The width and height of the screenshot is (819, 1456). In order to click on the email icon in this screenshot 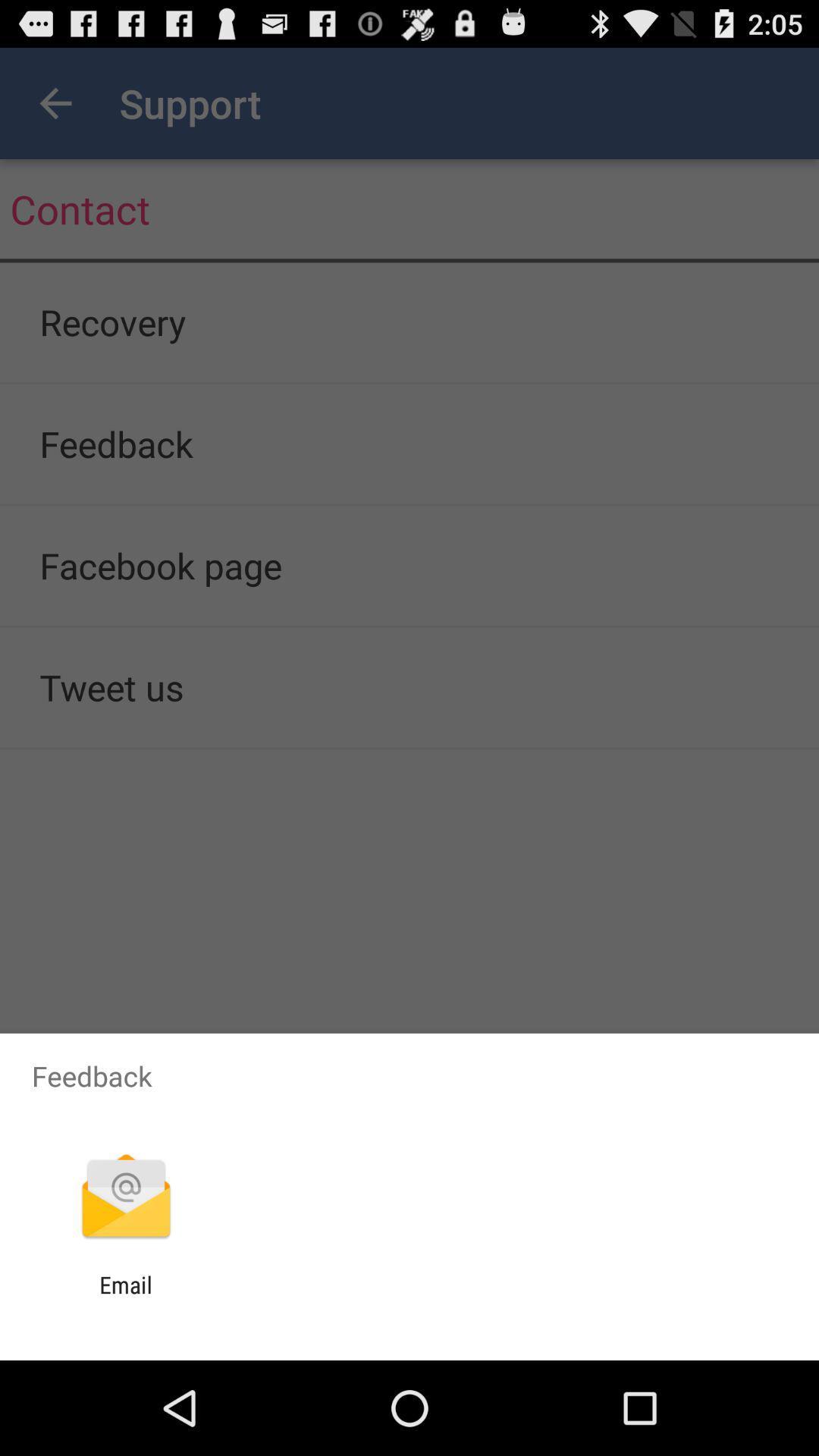, I will do `click(125, 1298)`.